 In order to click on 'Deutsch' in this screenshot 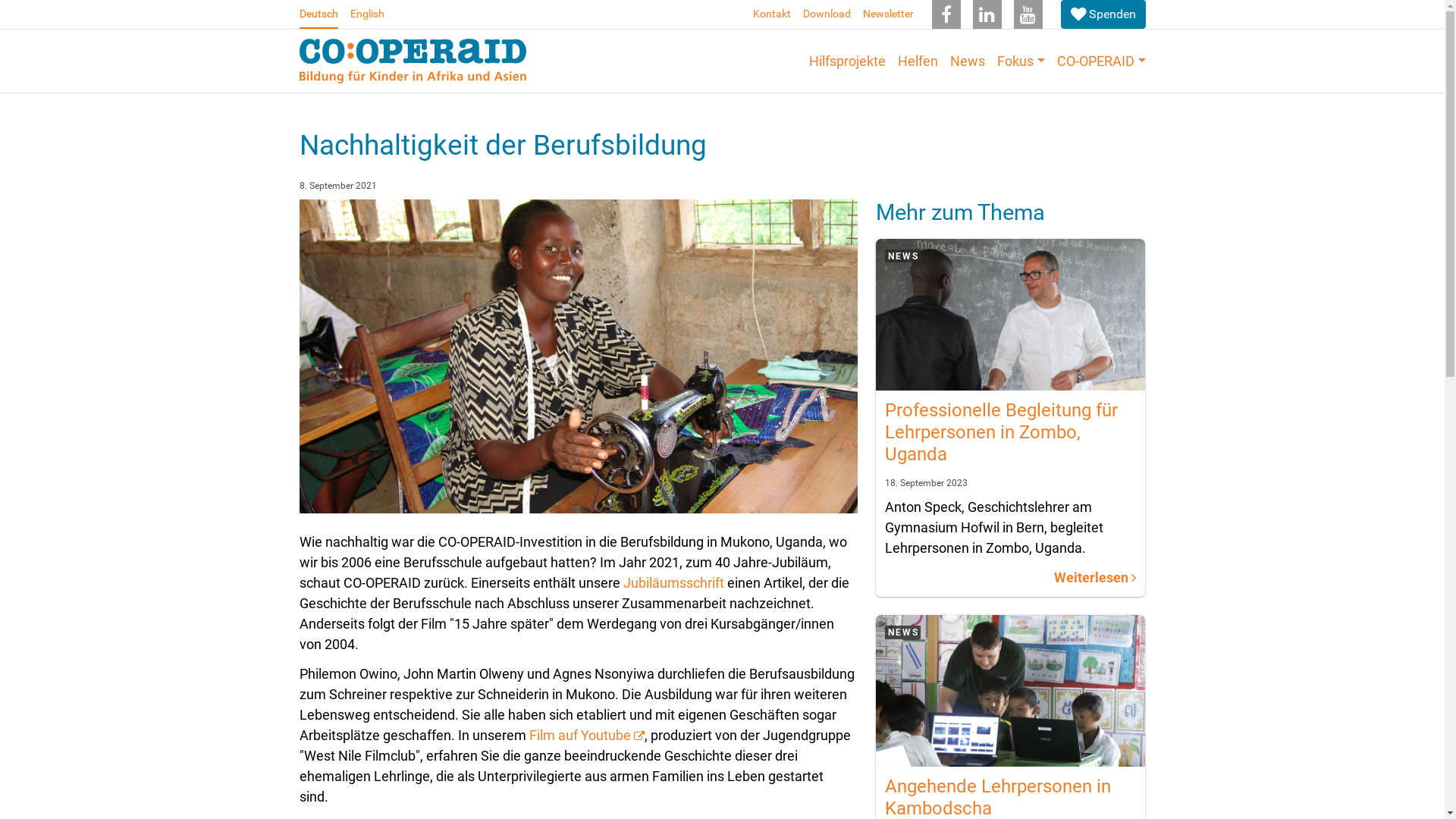, I will do `click(317, 14)`.